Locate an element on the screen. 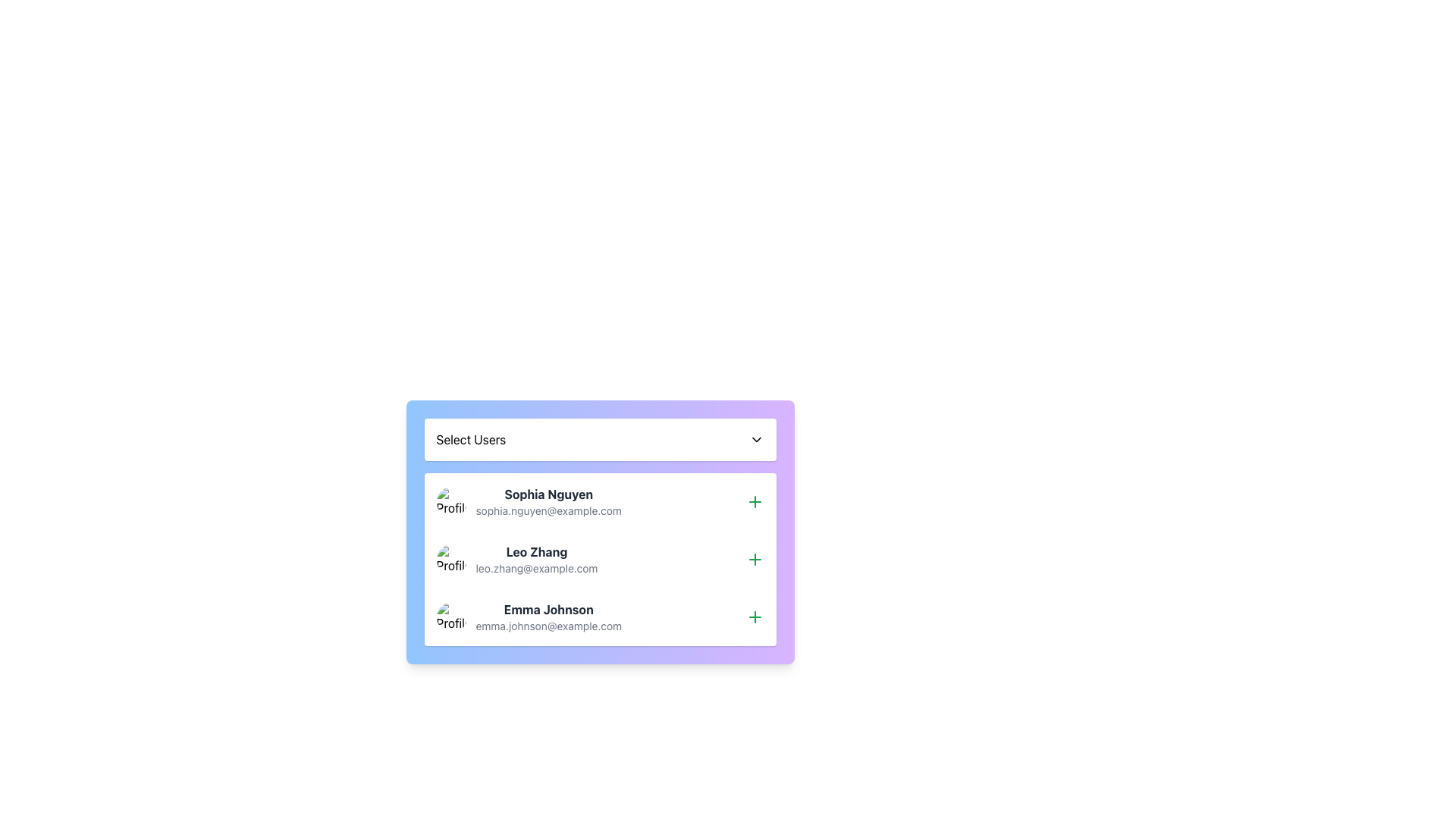  the text block containing the name 'Emma Johnson' and the email 'emma.johnson@example.com', which is the third user entry in the list of selectable users is located at coordinates (548, 617).